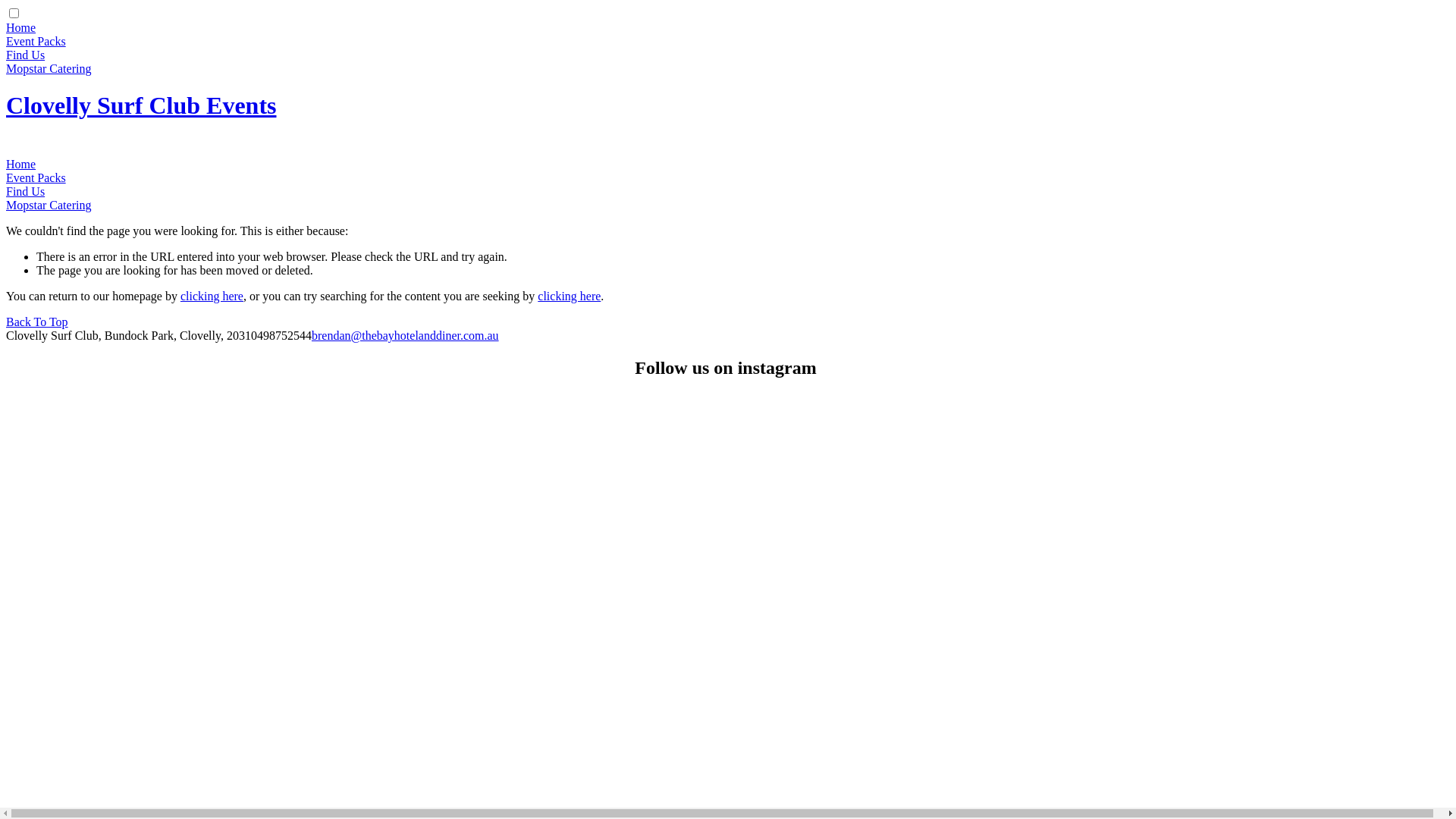 Image resolution: width=1456 pixels, height=819 pixels. Describe the element at coordinates (36, 177) in the screenshot. I see `'Event Packs'` at that location.